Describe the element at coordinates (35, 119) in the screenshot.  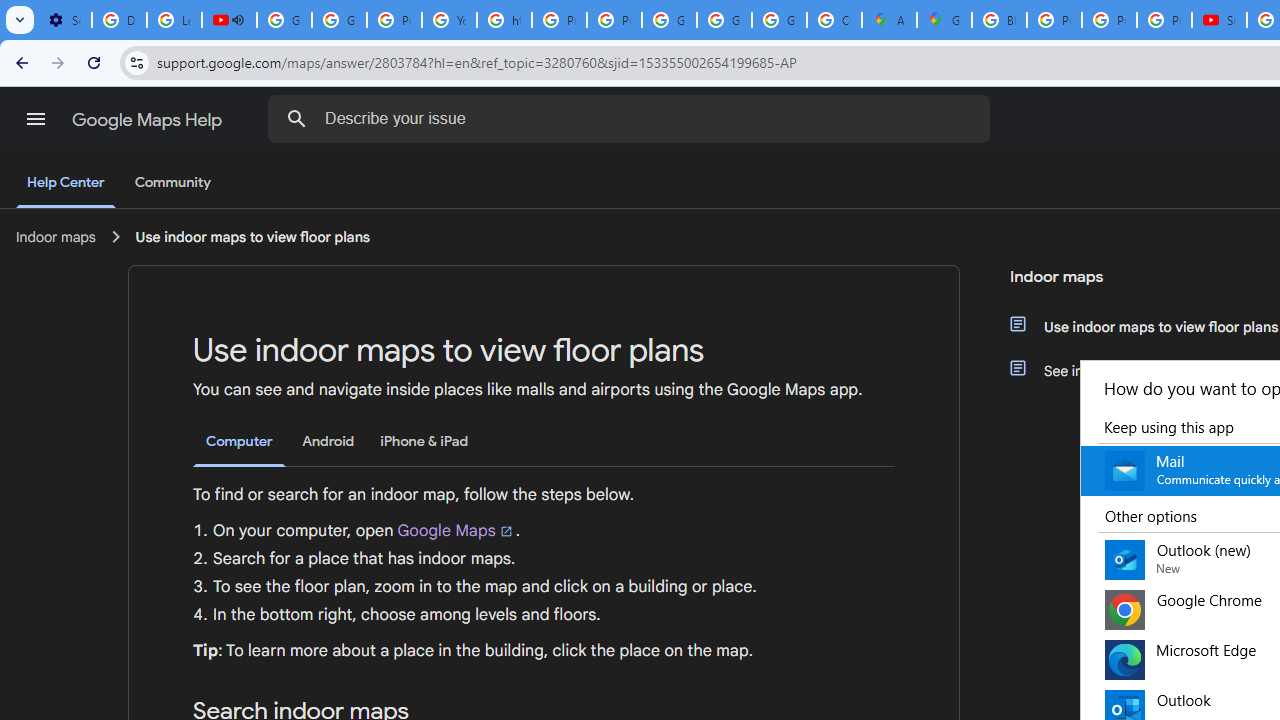
I see `'Main menu'` at that location.